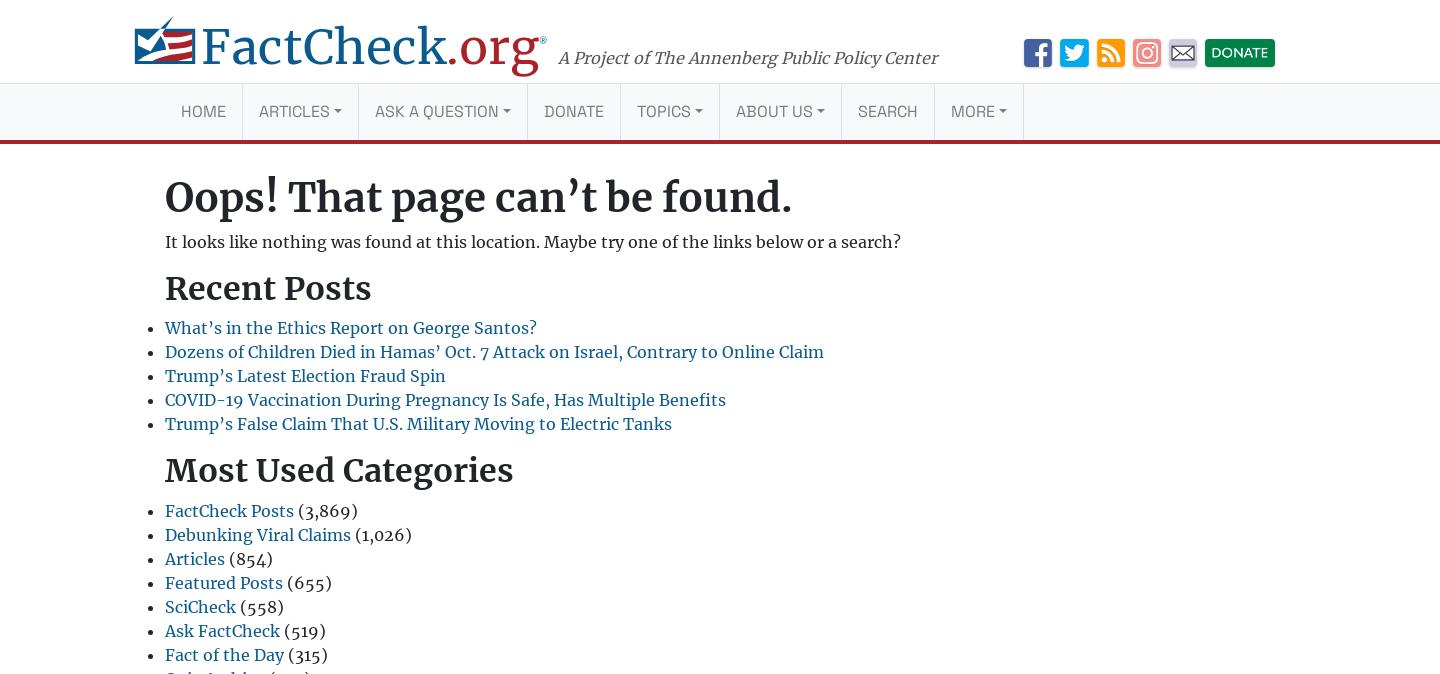 The height and width of the screenshot is (674, 1440). What do you see at coordinates (200, 605) in the screenshot?
I see `'SciCheck'` at bounding box center [200, 605].